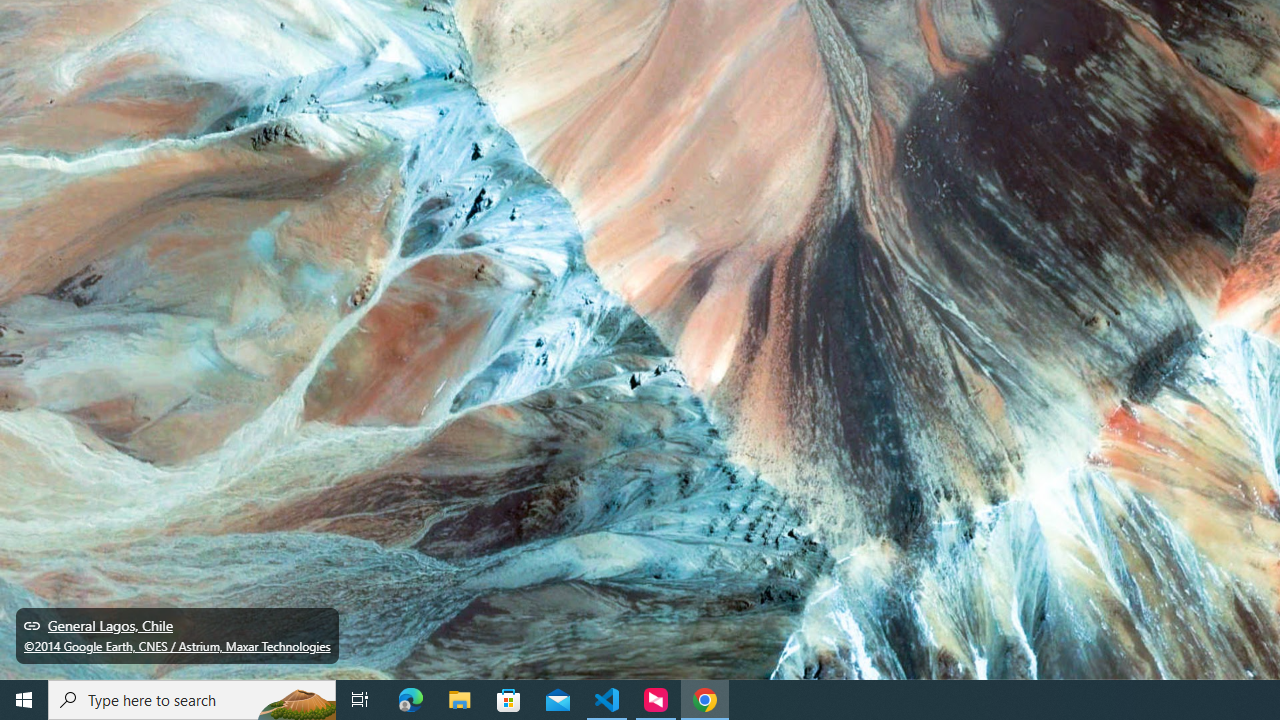 The height and width of the screenshot is (720, 1280). Describe the element at coordinates (294, 698) in the screenshot. I see `'Search highlights icon opens search home window'` at that location.